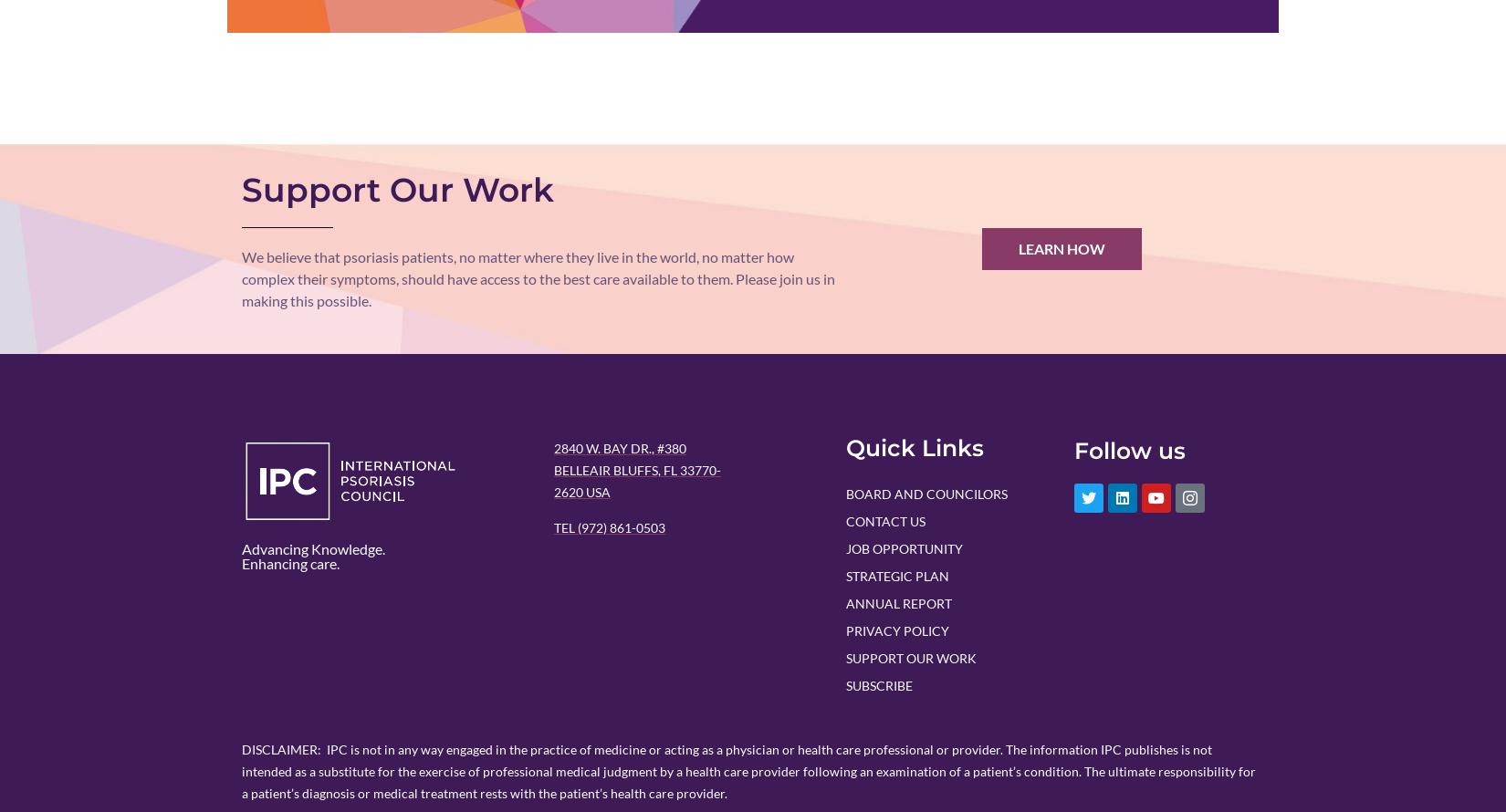  What do you see at coordinates (748, 769) in the screenshot?
I see `'DISCLAIMER:  IPC is not in any way engaged in the practice of medicine or acting as a physician or health care professional or provider. The information IPC publishes is not intended as a substitute for the exercise of professional medical judgment by a health care provider following an examination of a patient’s condition. The ultimate responsibility for a patient’s diagnosis or medical treatment rests with the patient’s health care provider.'` at bounding box center [748, 769].